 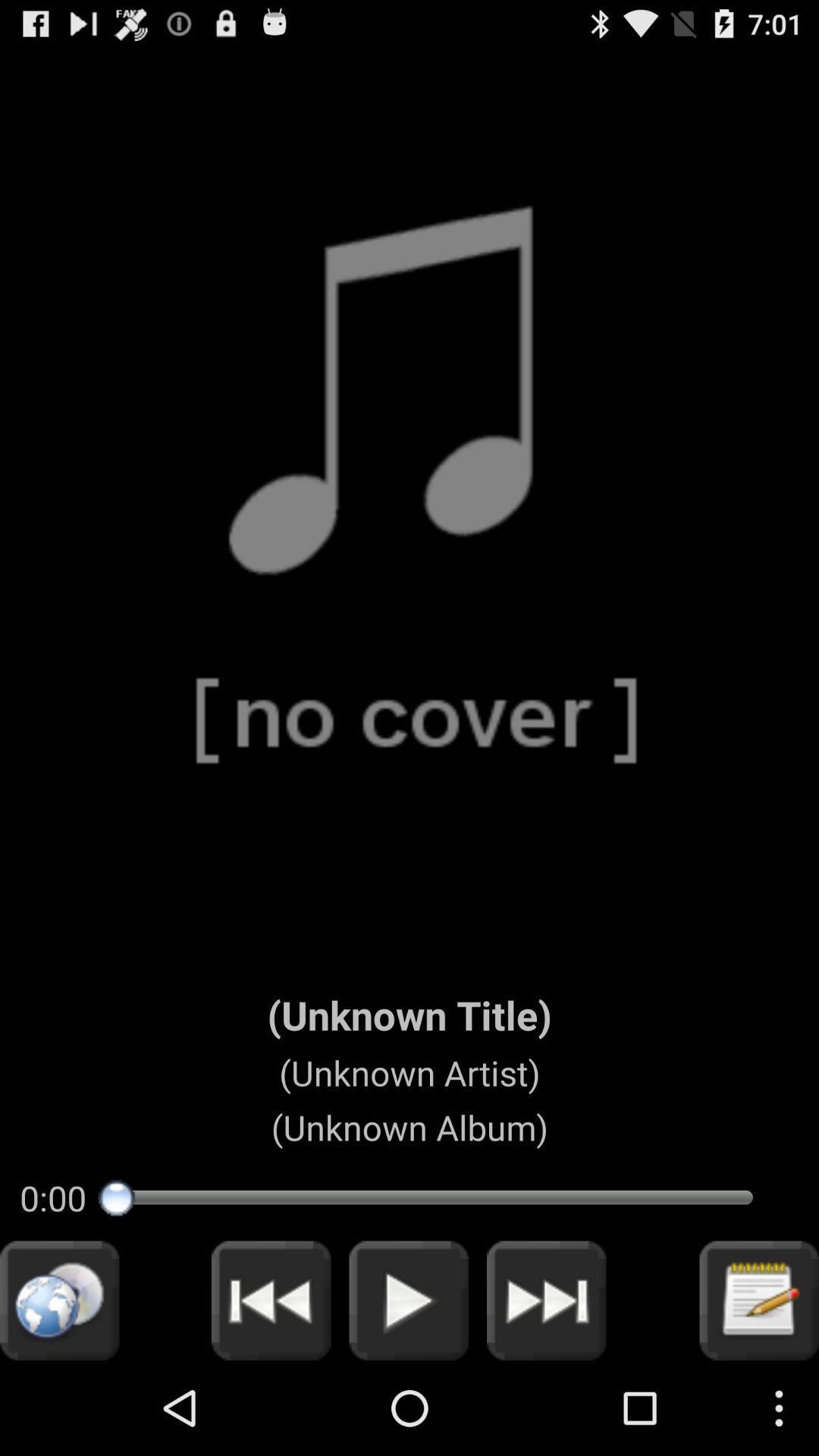 What do you see at coordinates (58, 1392) in the screenshot?
I see `the globe icon` at bounding box center [58, 1392].